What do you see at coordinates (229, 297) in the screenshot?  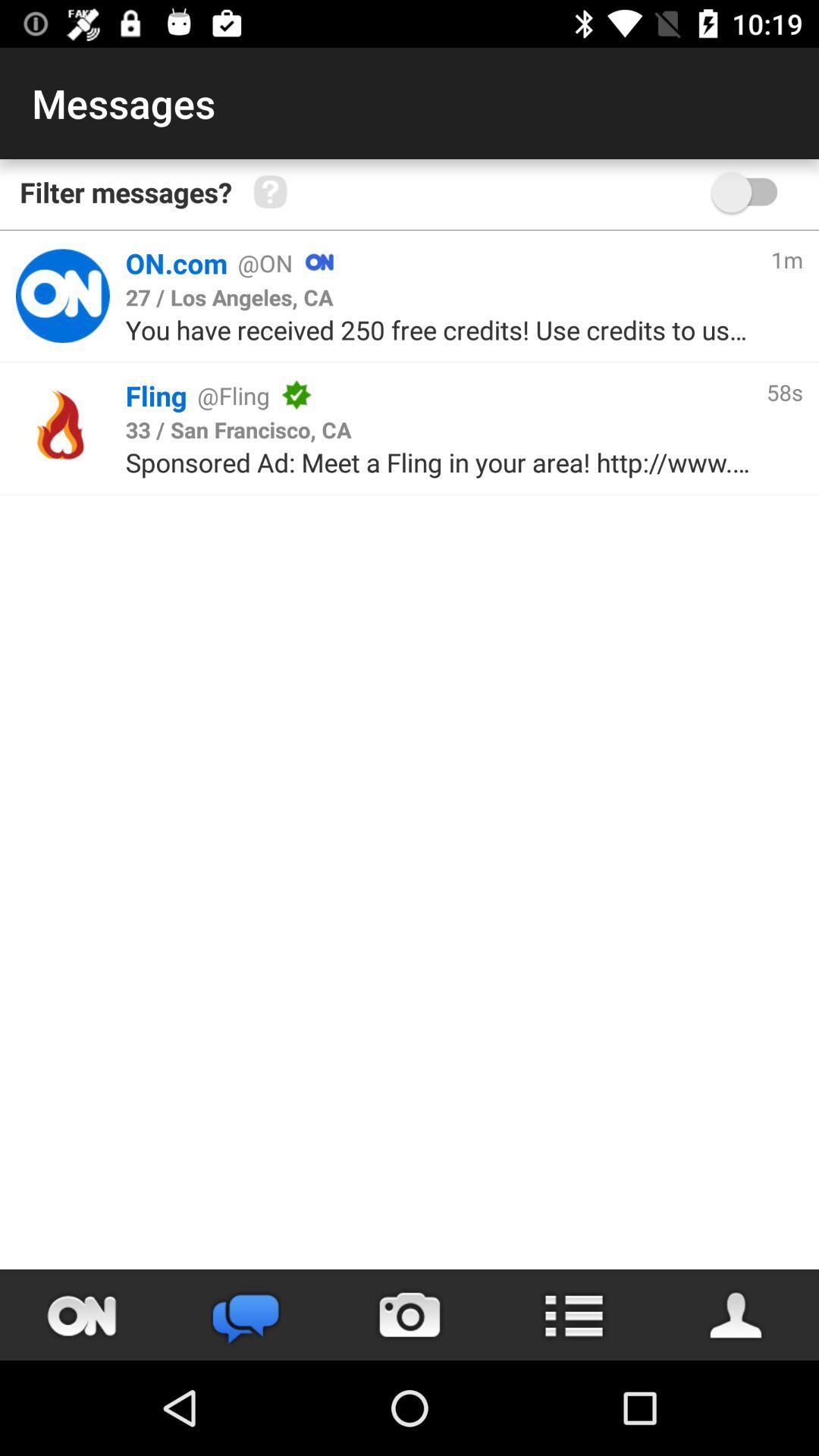 I see `the item above you have received icon` at bounding box center [229, 297].